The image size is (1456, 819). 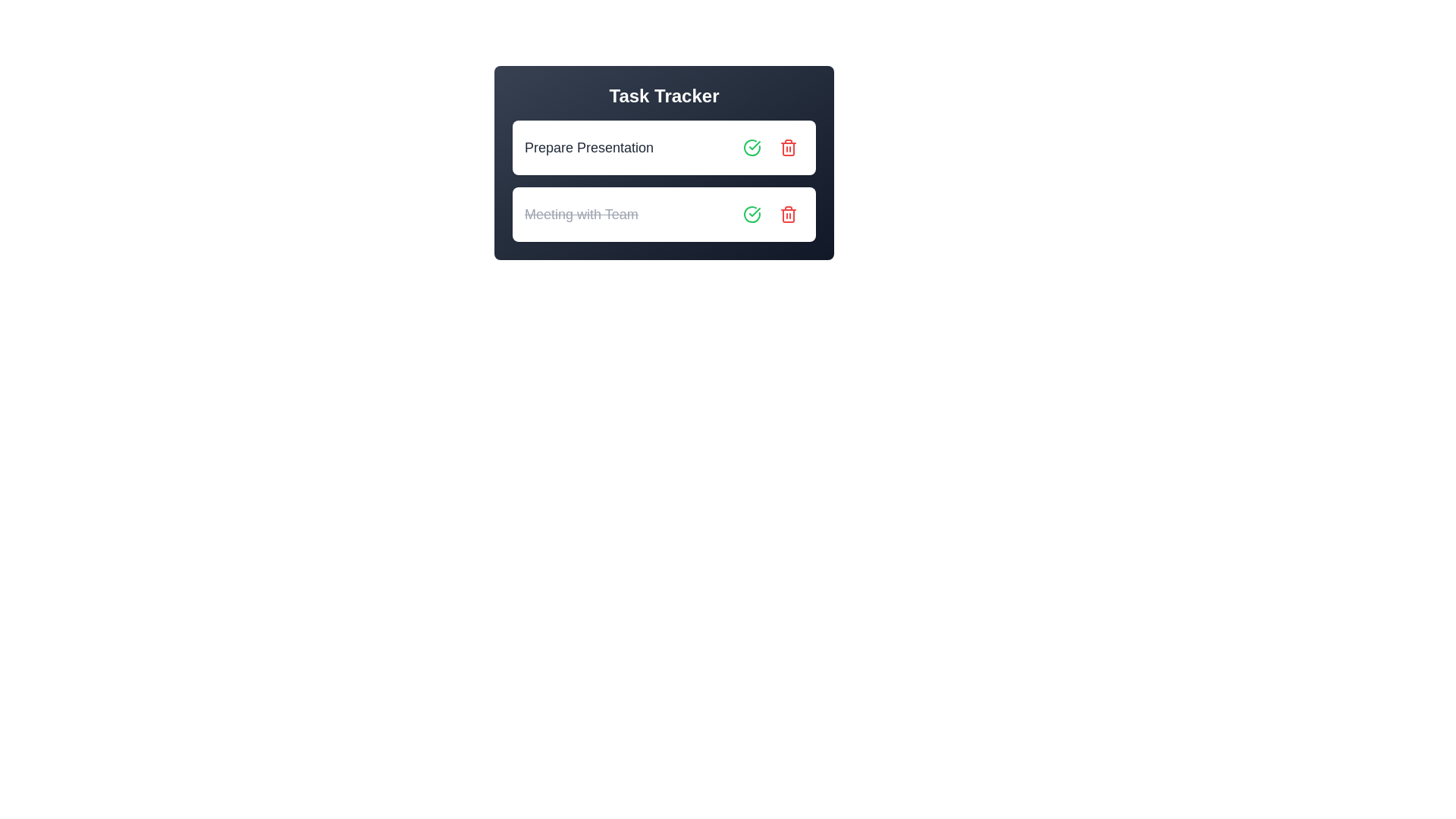 What do you see at coordinates (789, 149) in the screenshot?
I see `the delete icon located in the rightmost section of the task list item's row` at bounding box center [789, 149].